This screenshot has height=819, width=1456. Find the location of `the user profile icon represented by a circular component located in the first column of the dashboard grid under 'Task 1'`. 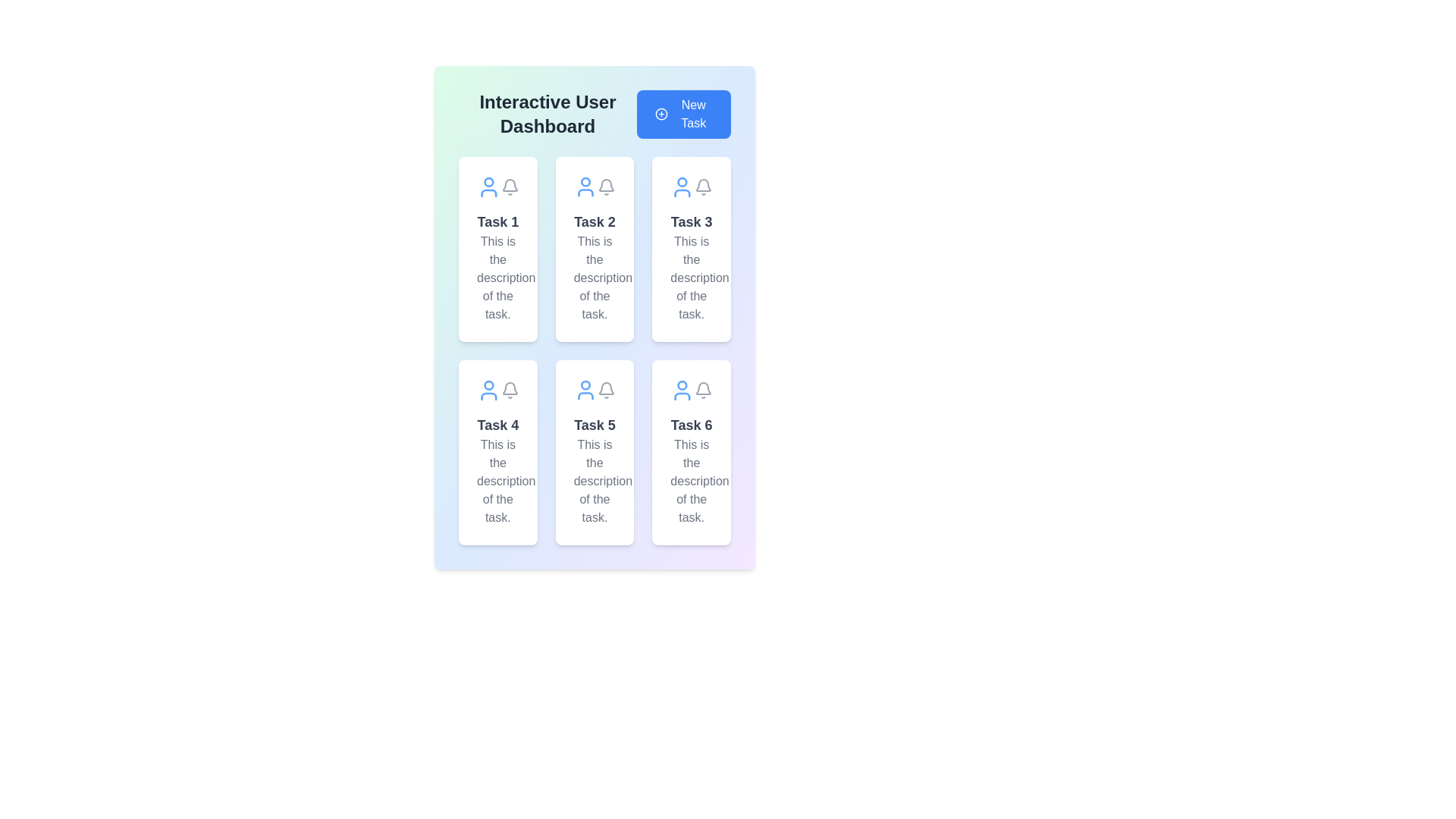

the user profile icon represented by a circular component located in the first column of the dashboard grid under 'Task 1' is located at coordinates (488, 181).